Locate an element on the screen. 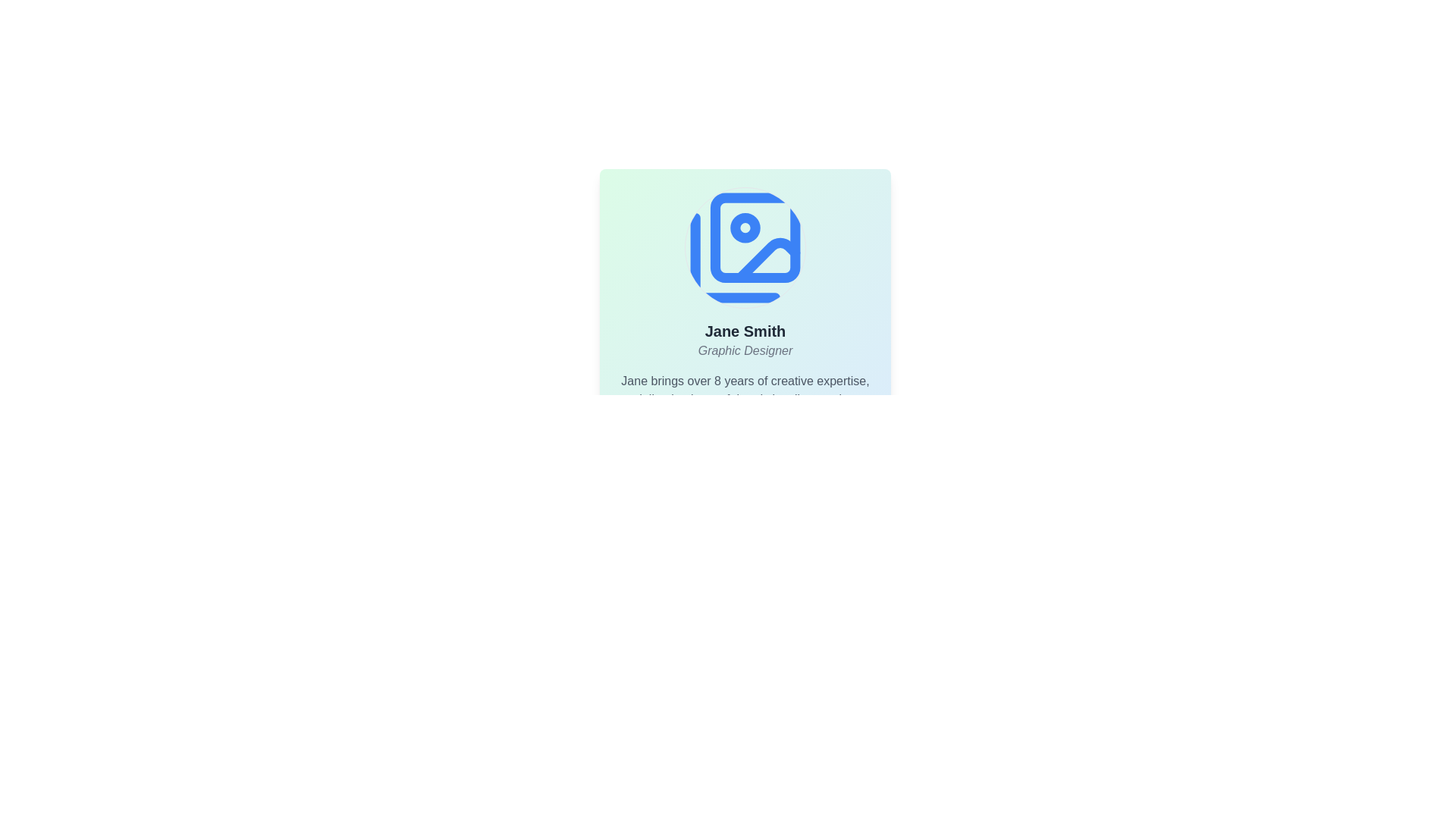  the Text Label displaying 'Jane Smith', which is a bold, extra-large dark gray title positioned below a graphic icon is located at coordinates (745, 330).